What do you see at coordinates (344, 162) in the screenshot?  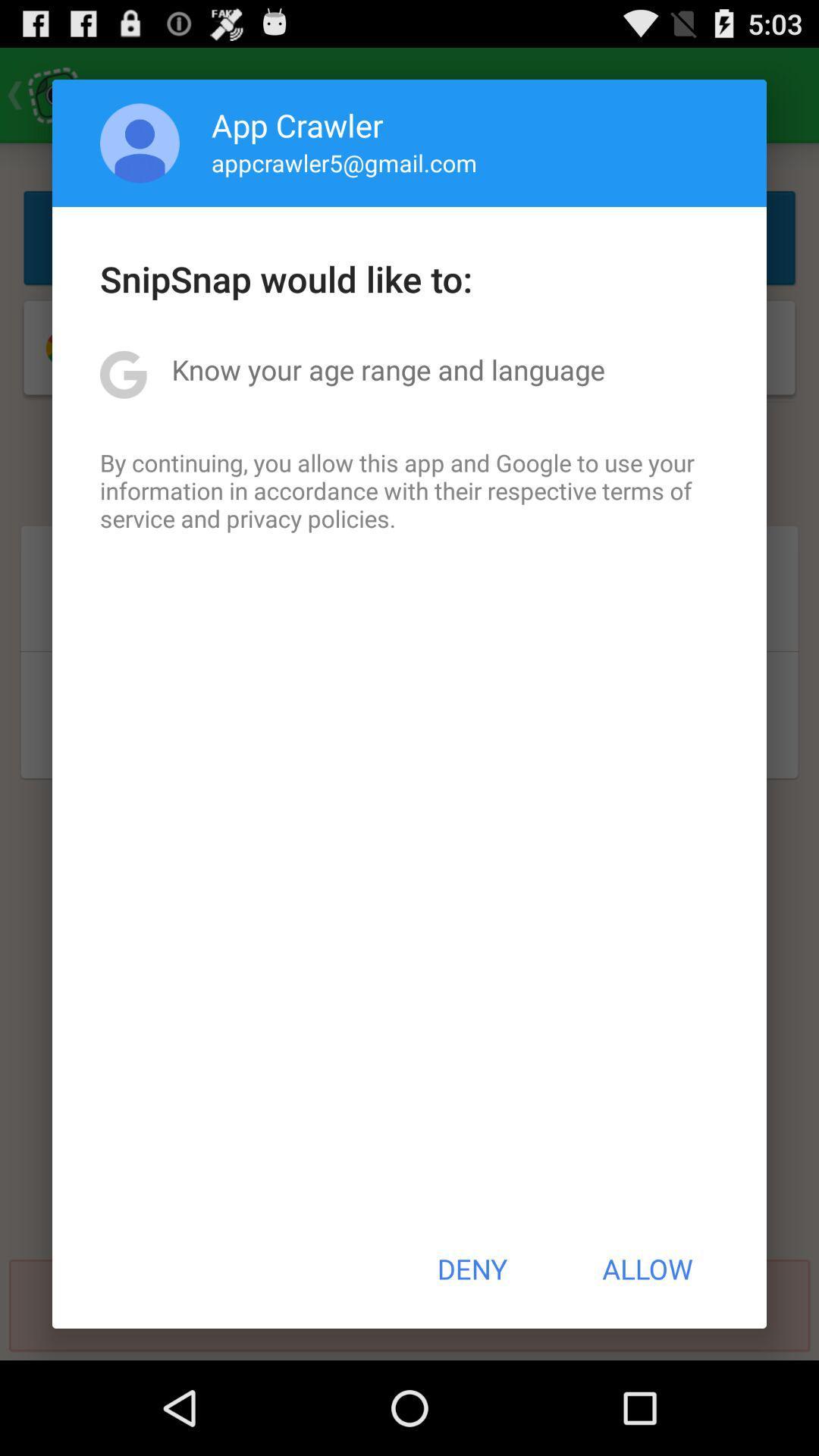 I see `the app below the app crawler` at bounding box center [344, 162].